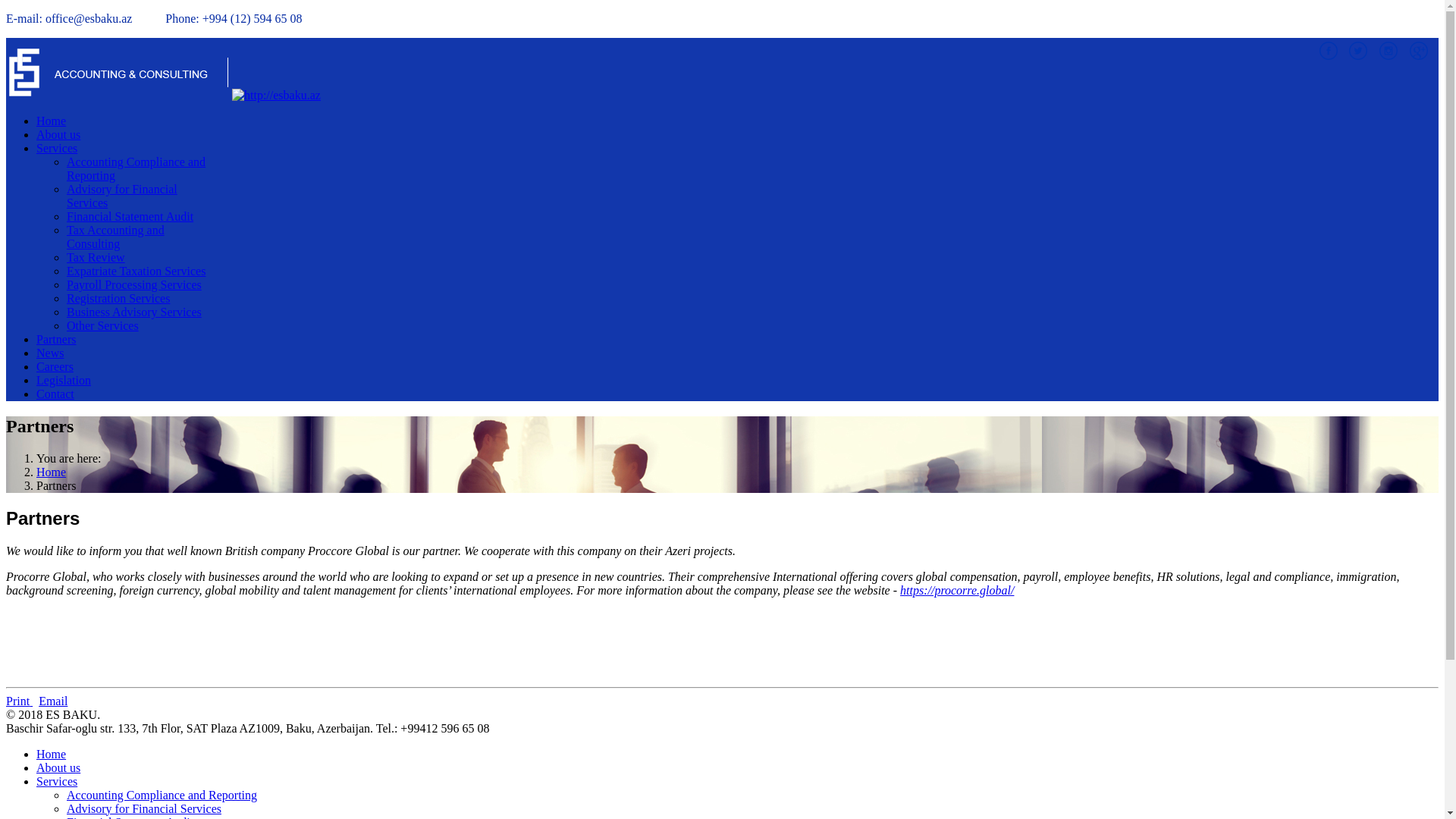 The width and height of the screenshot is (1456, 819). I want to click on 'Expatriate Taxation Services', so click(136, 270).